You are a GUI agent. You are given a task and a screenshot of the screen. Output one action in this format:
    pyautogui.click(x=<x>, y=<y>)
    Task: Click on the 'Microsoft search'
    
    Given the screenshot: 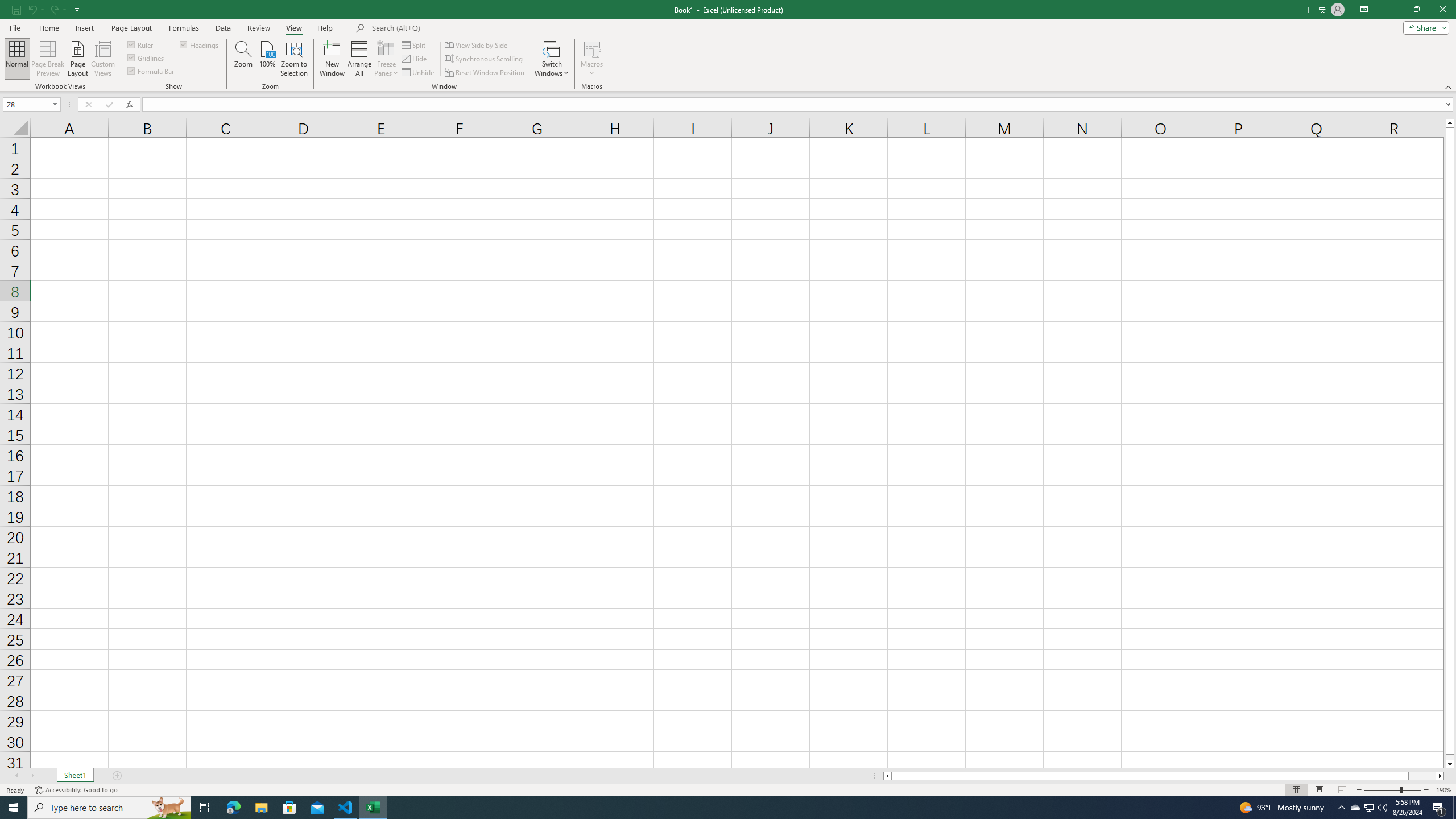 What is the action you would take?
    pyautogui.click(x=450, y=28)
    